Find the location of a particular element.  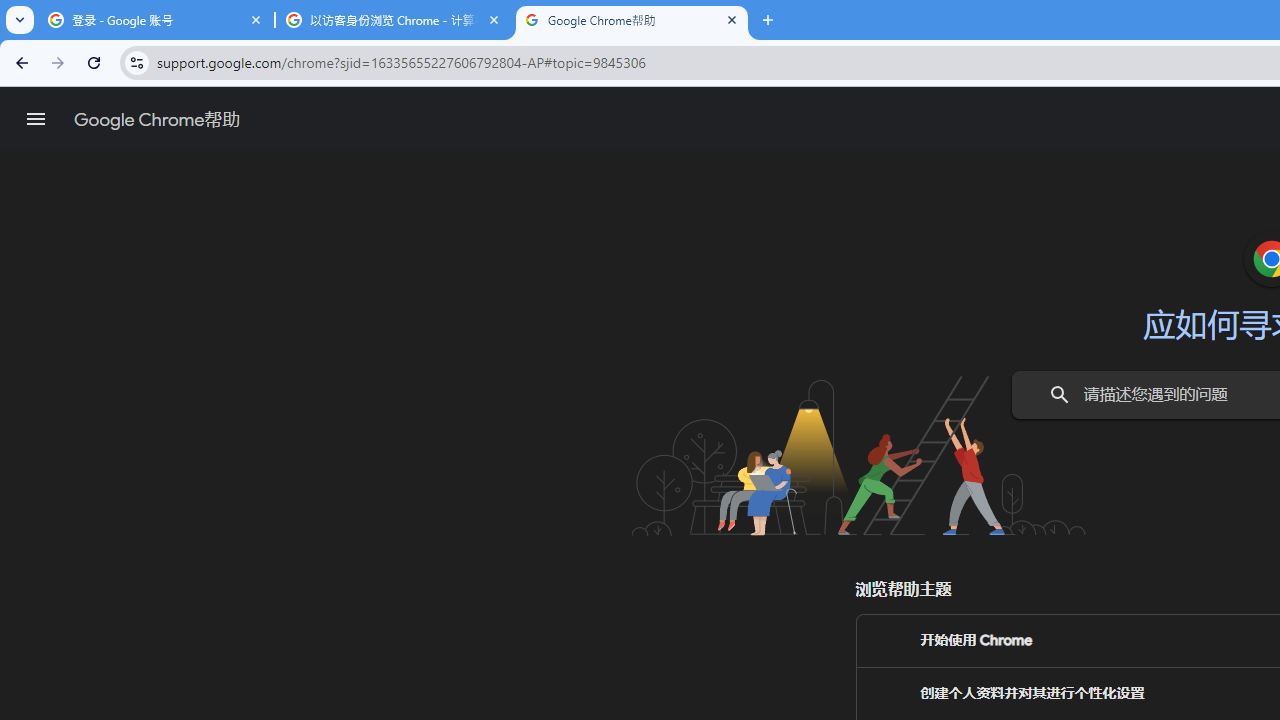

'View site information' is located at coordinates (135, 61).